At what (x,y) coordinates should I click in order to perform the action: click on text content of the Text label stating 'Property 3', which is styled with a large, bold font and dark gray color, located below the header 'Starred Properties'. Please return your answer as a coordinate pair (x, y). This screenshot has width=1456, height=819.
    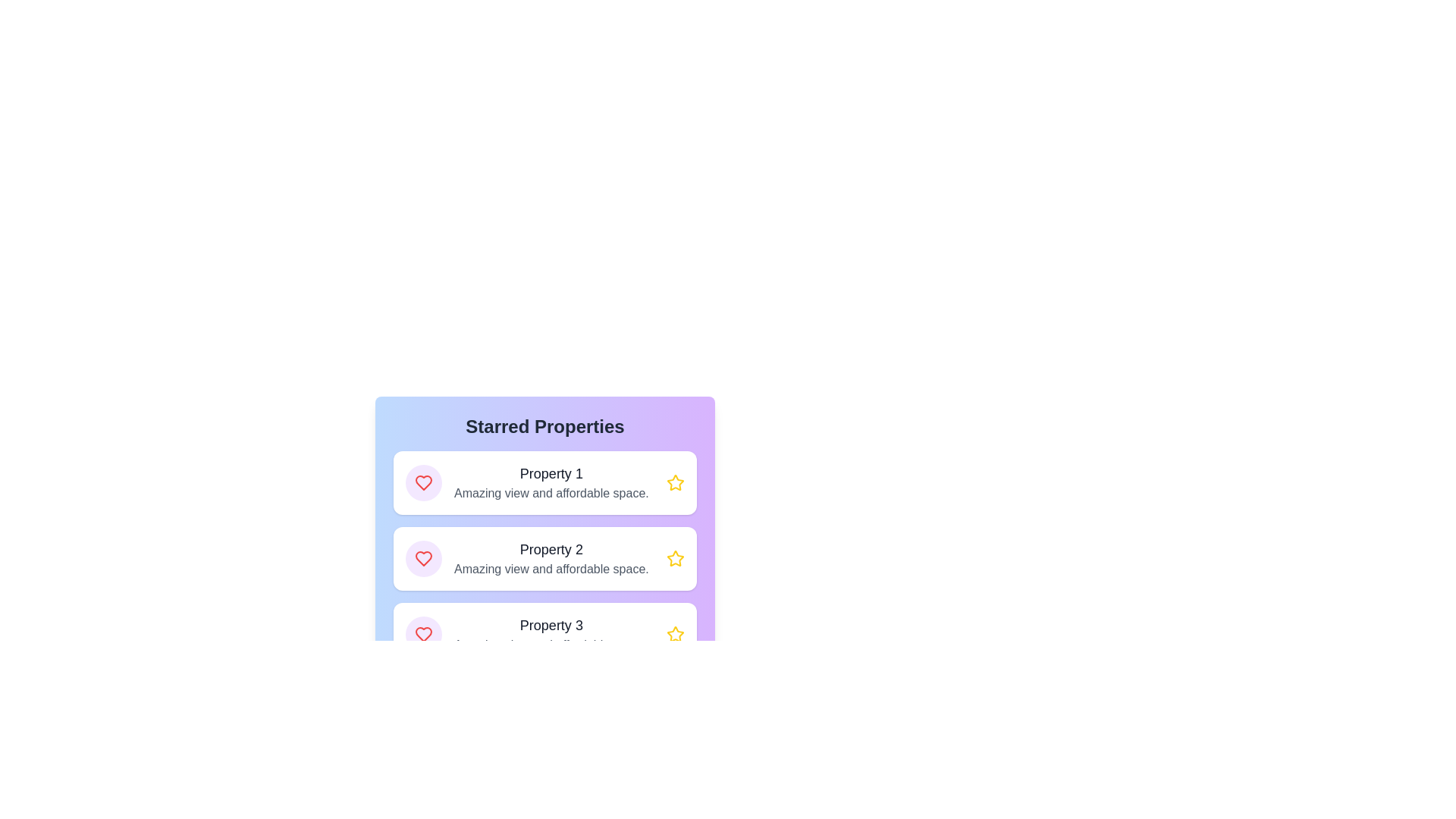
    Looking at the image, I should click on (551, 626).